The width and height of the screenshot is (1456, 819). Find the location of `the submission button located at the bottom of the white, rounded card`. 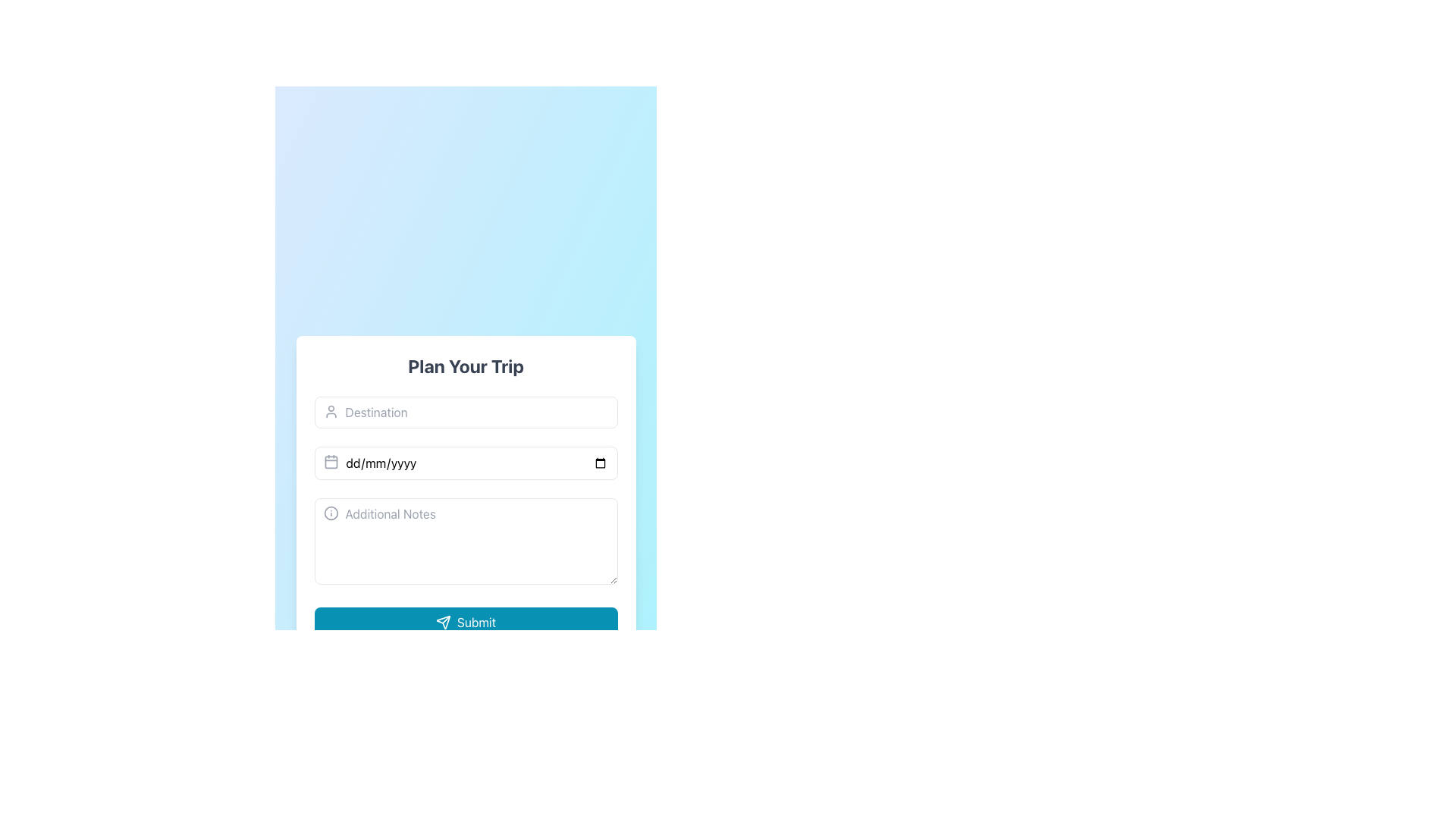

the submission button located at the bottom of the white, rounded card is located at coordinates (465, 623).